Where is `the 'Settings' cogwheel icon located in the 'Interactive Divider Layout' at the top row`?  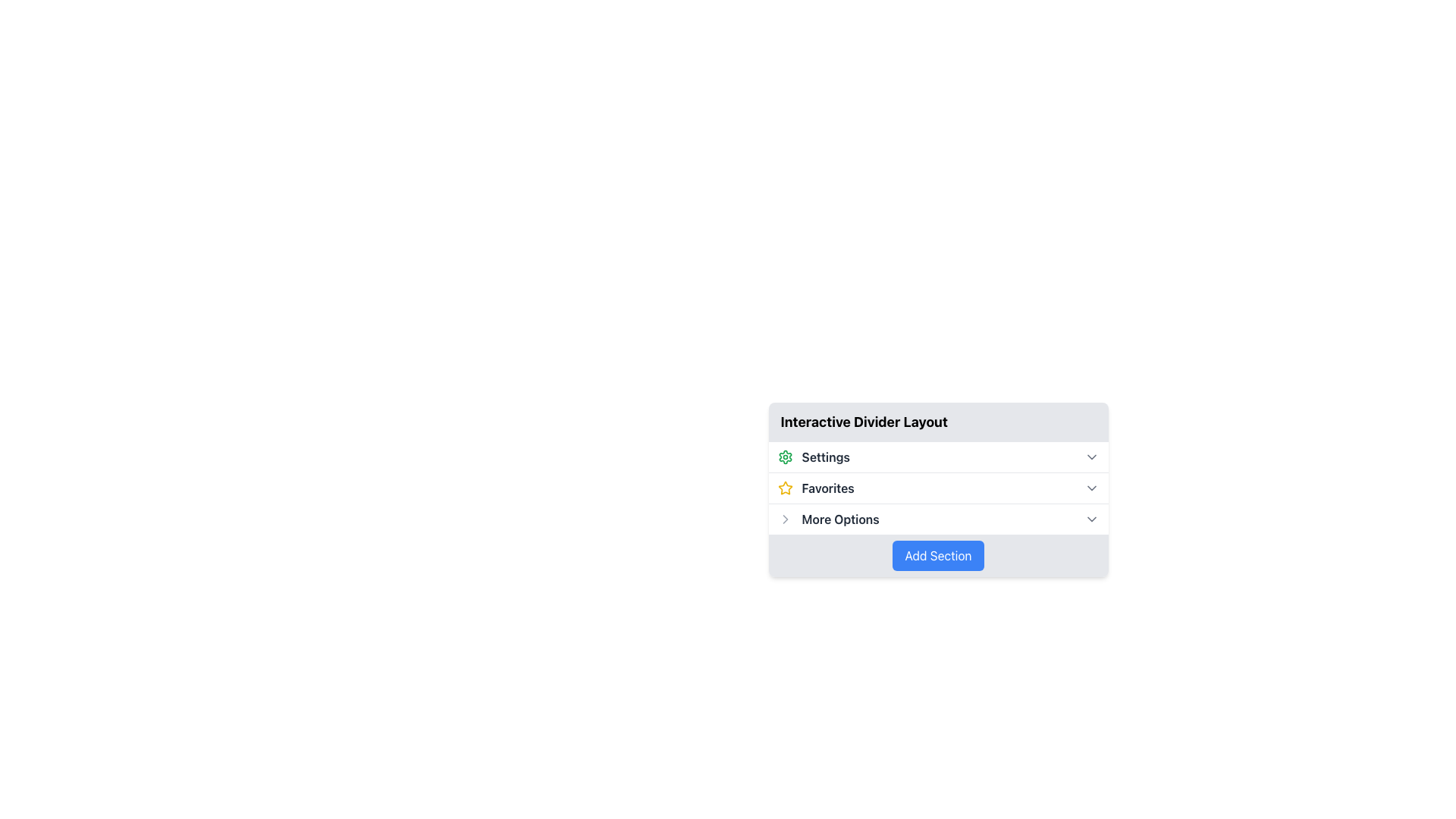 the 'Settings' cogwheel icon located in the 'Interactive Divider Layout' at the top row is located at coordinates (785, 456).